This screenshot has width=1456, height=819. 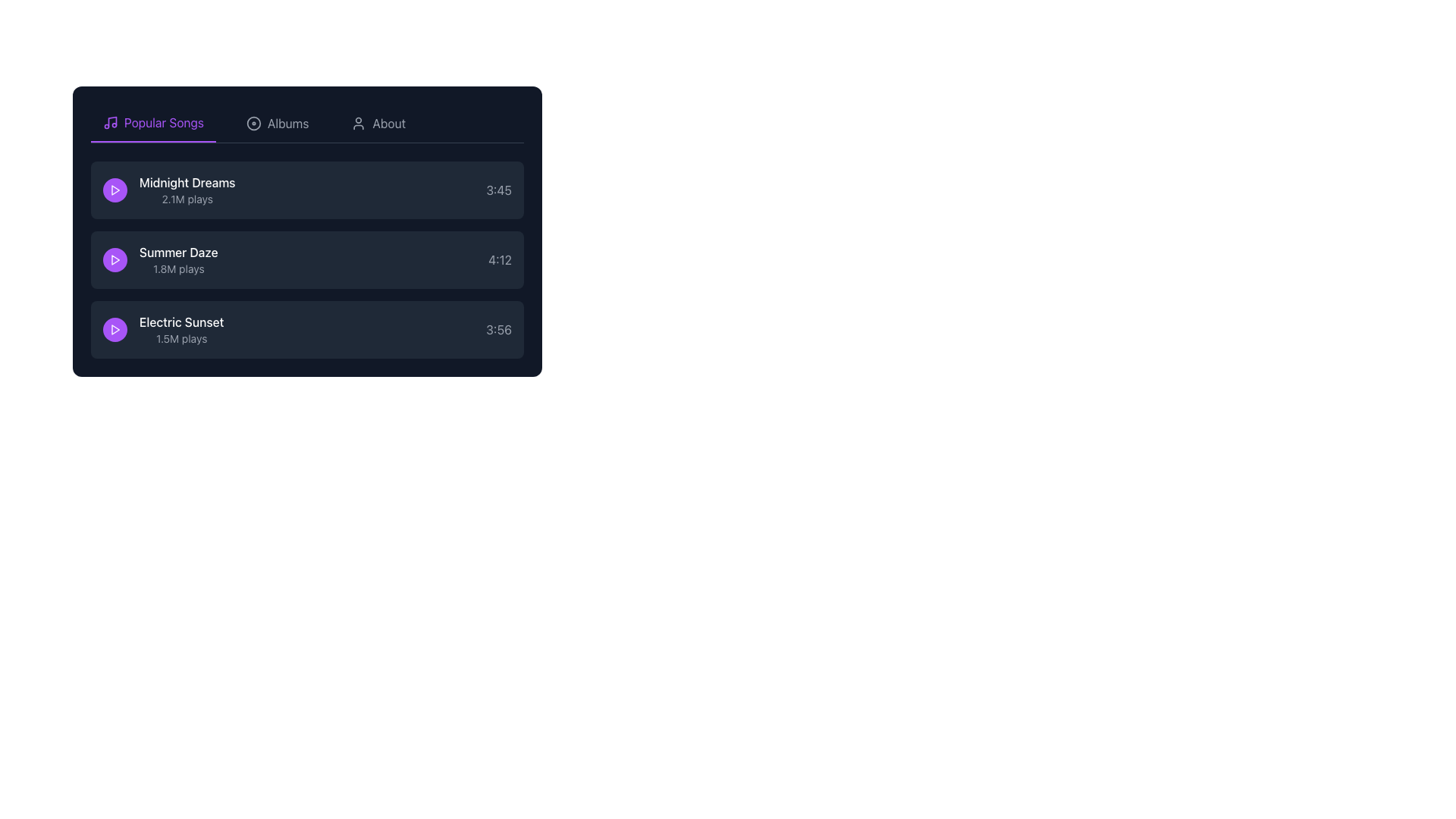 What do you see at coordinates (178, 251) in the screenshot?
I see `the text content of the song title label located in the center of the visible interface, positioned above the '1.8M plays' text and next to the play button` at bounding box center [178, 251].